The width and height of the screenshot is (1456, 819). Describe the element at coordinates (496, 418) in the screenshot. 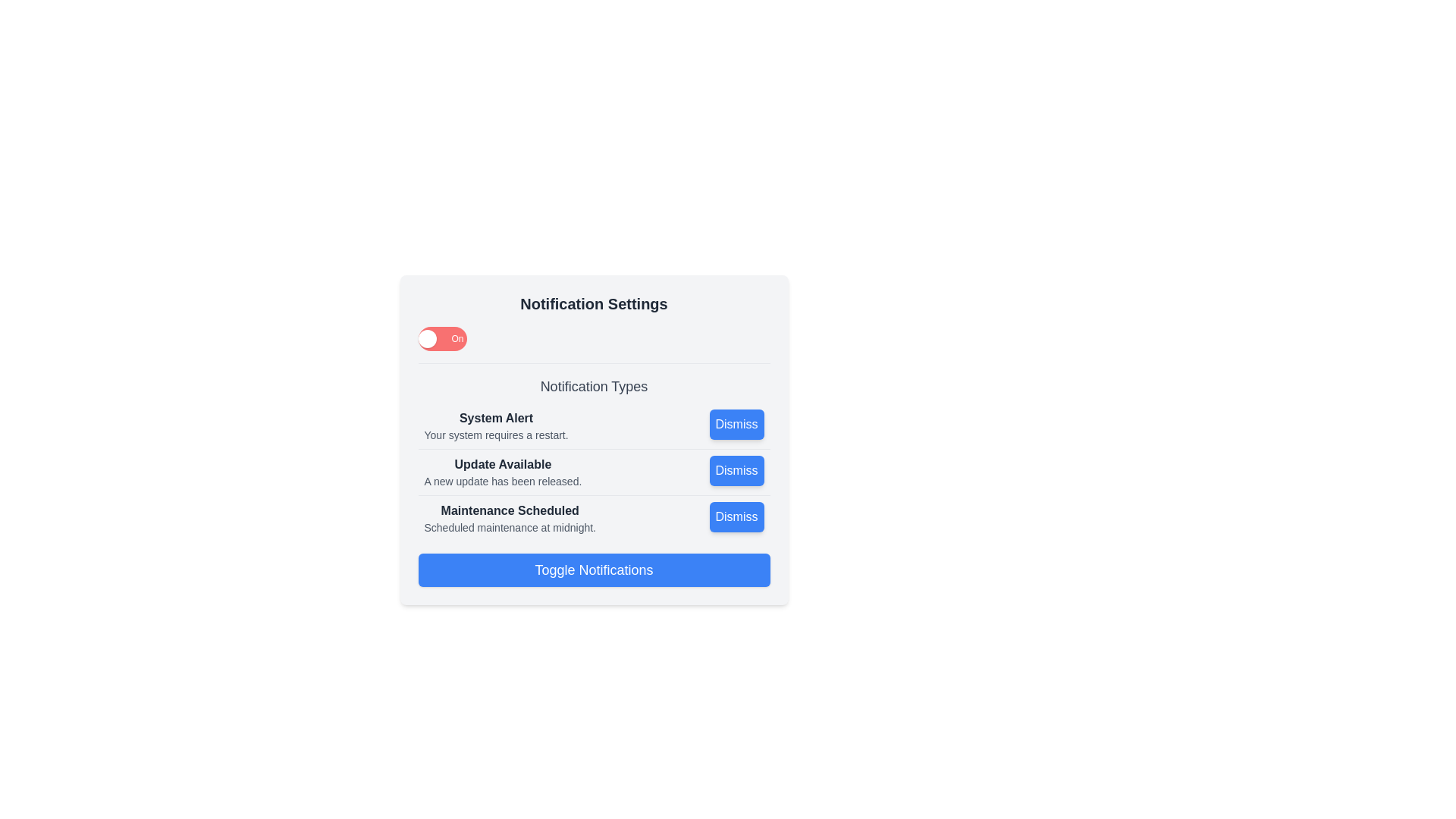

I see `text content of the notification title label located on the left side of the notification section, above the text 'Your system requires a restart.'` at that location.